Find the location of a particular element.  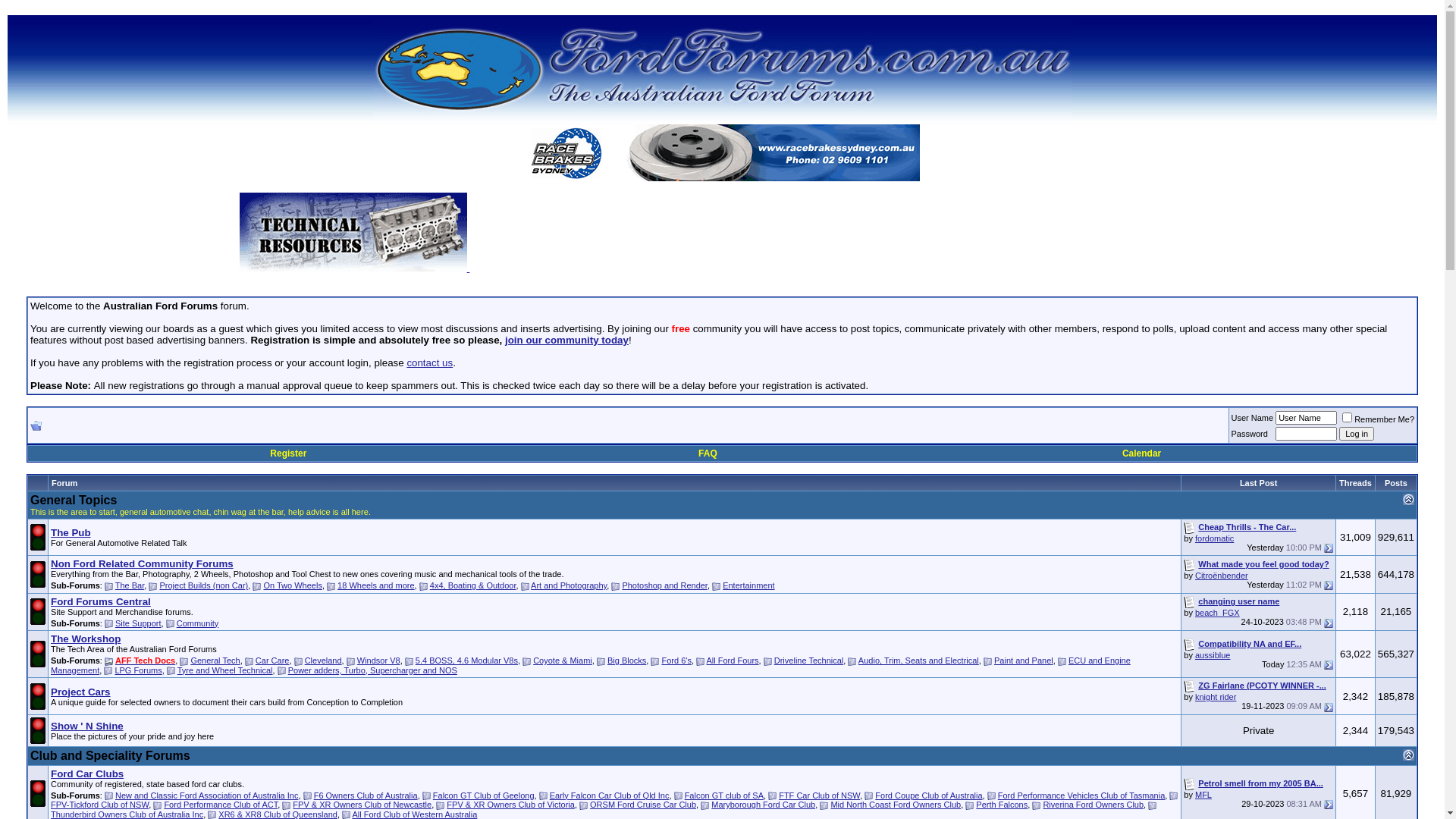

'Maryborough Ford Car Club' is located at coordinates (763, 803).